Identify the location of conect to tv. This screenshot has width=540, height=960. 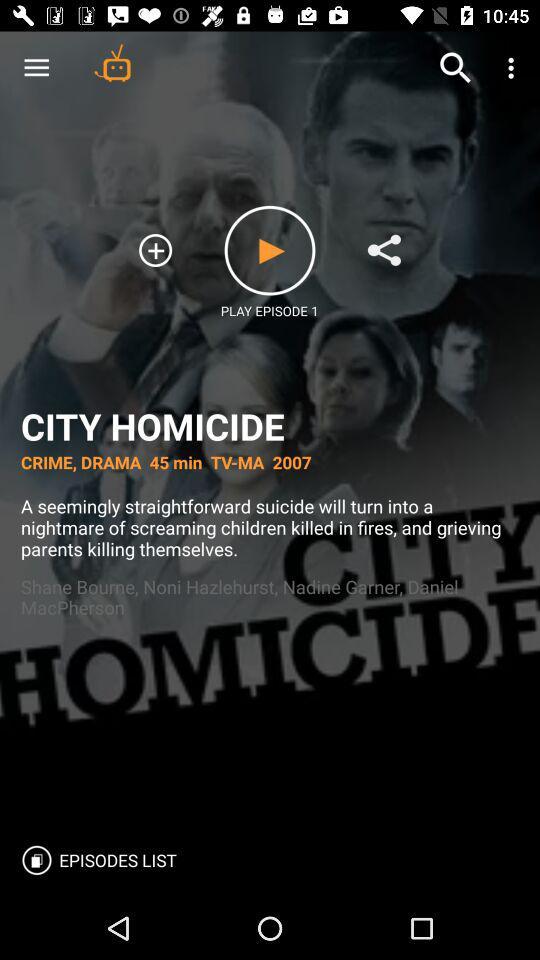
(112, 62).